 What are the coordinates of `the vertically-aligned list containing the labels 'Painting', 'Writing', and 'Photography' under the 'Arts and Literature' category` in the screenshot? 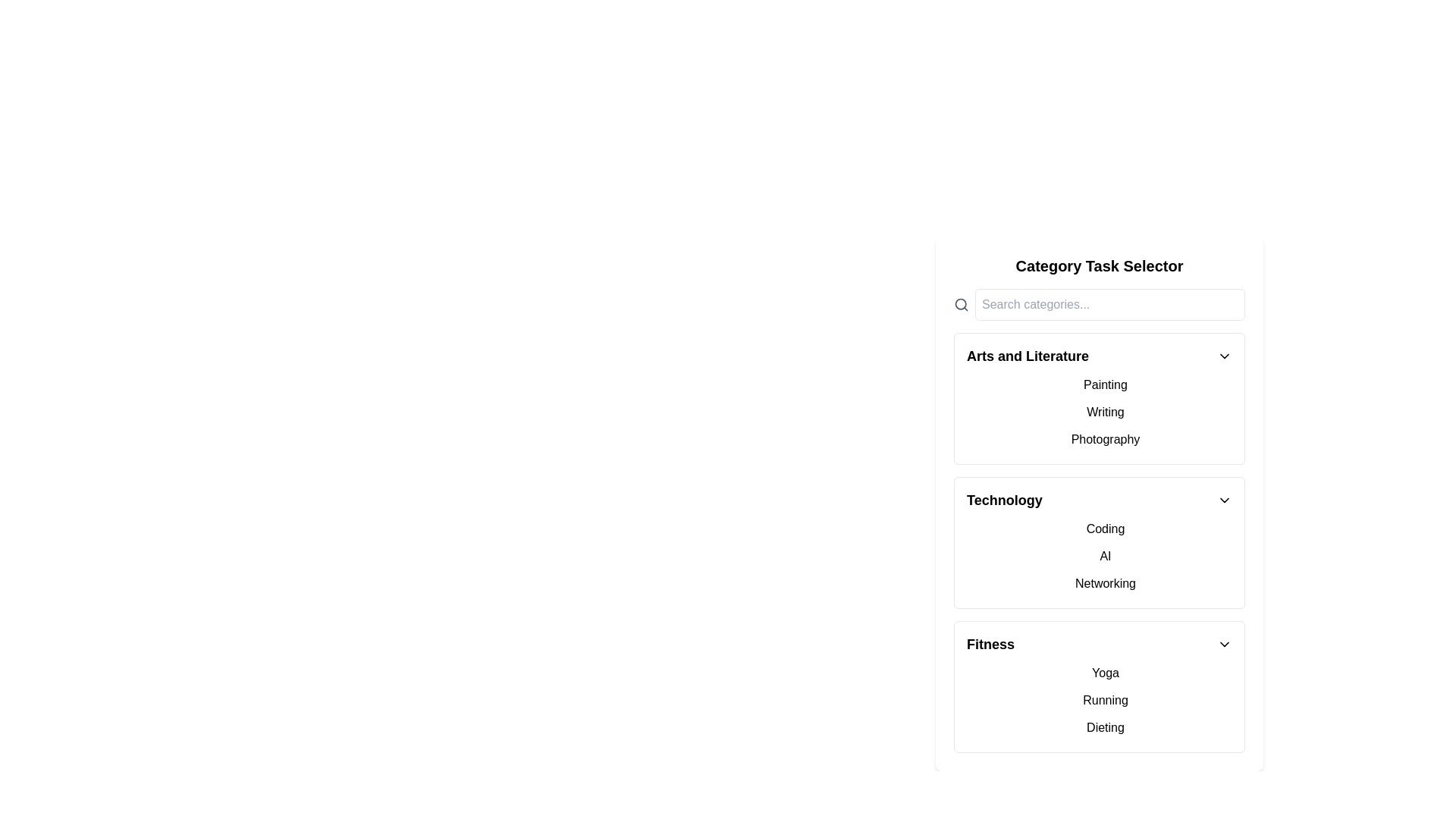 It's located at (1099, 412).